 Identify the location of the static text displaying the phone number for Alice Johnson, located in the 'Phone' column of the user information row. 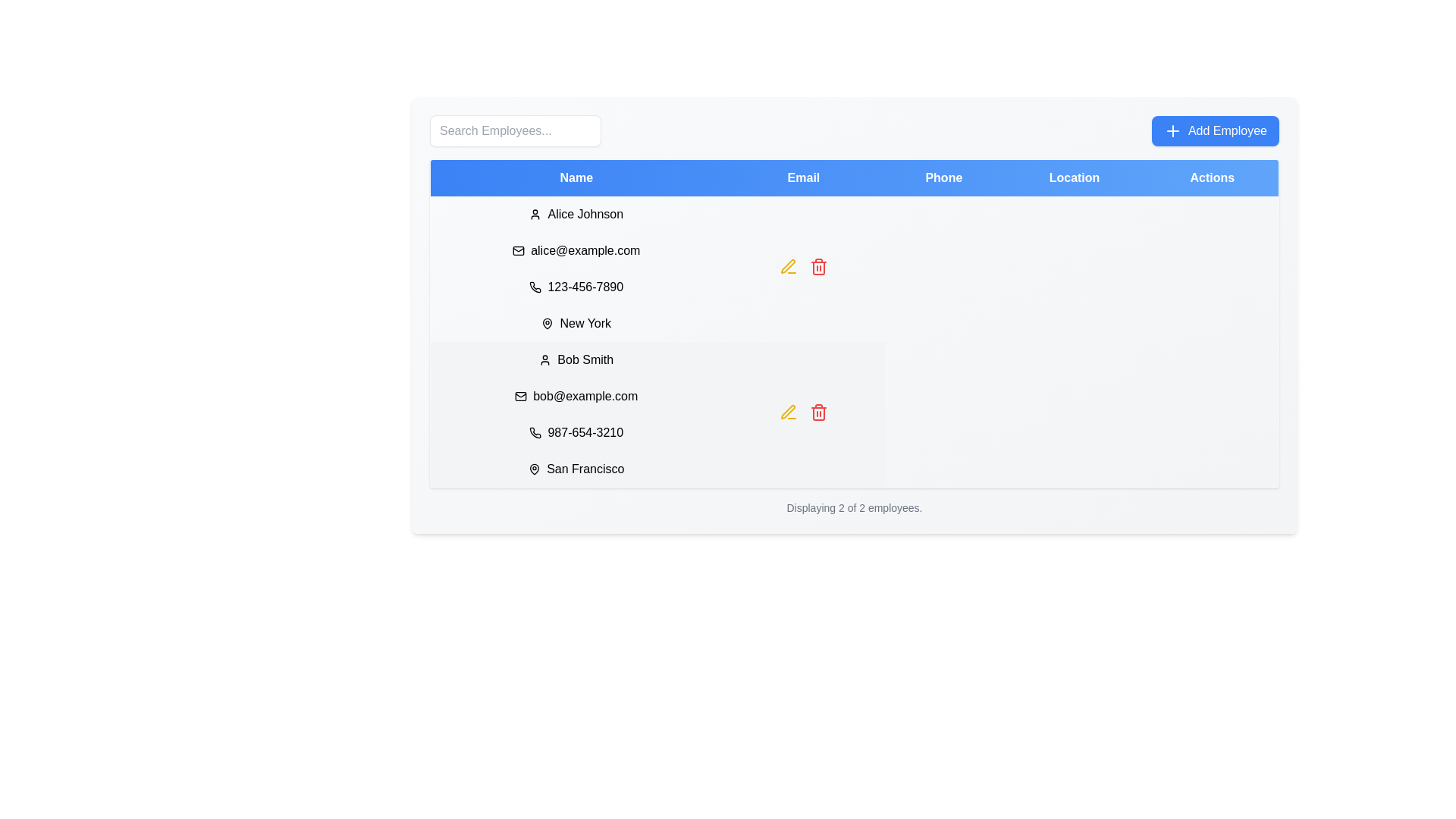
(576, 287).